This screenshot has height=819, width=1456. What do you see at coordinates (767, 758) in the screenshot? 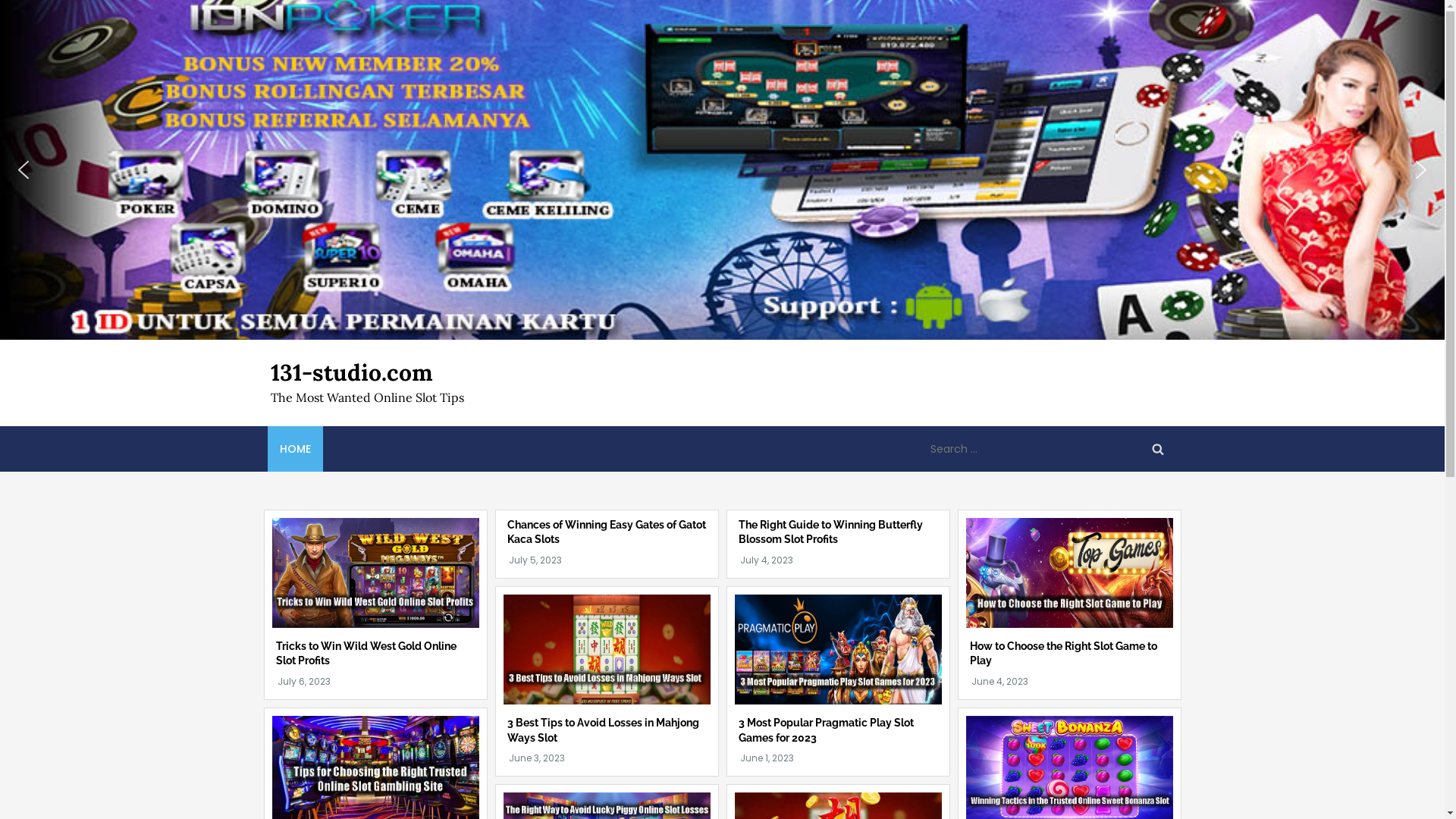
I see `'June 1, 2023'` at bounding box center [767, 758].